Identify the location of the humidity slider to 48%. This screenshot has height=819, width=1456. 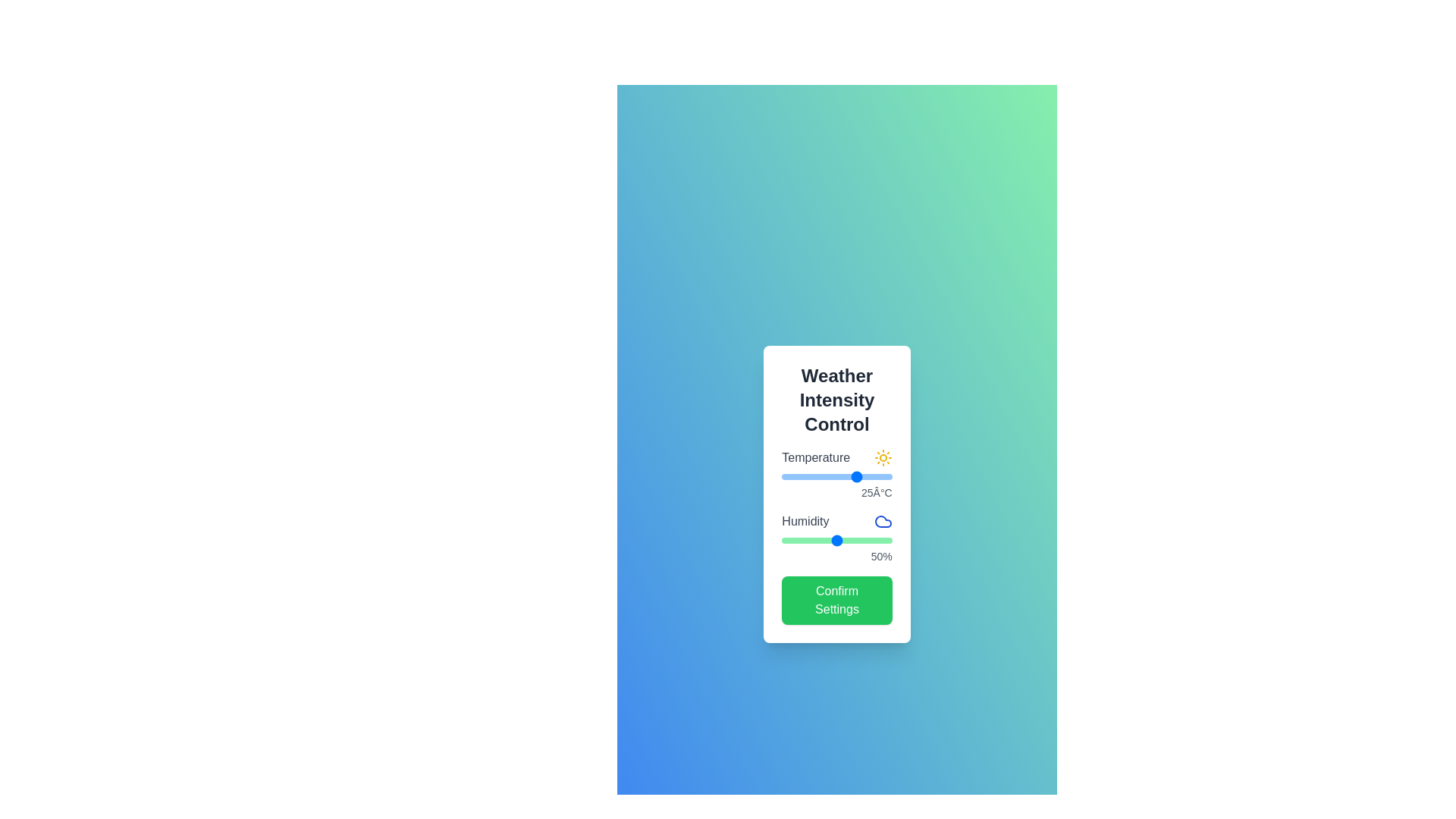
(834, 540).